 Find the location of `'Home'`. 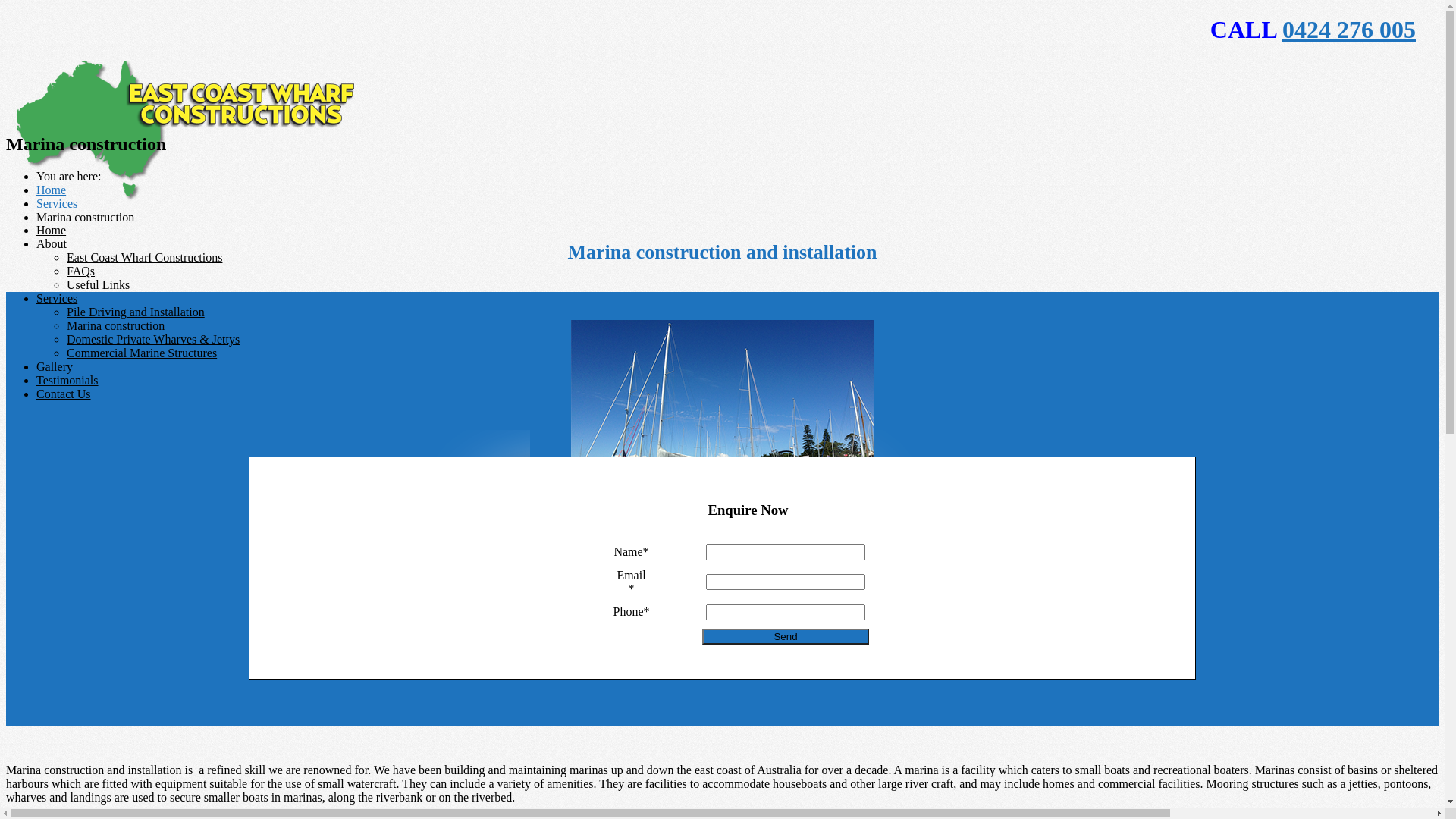

'Home' is located at coordinates (36, 230).